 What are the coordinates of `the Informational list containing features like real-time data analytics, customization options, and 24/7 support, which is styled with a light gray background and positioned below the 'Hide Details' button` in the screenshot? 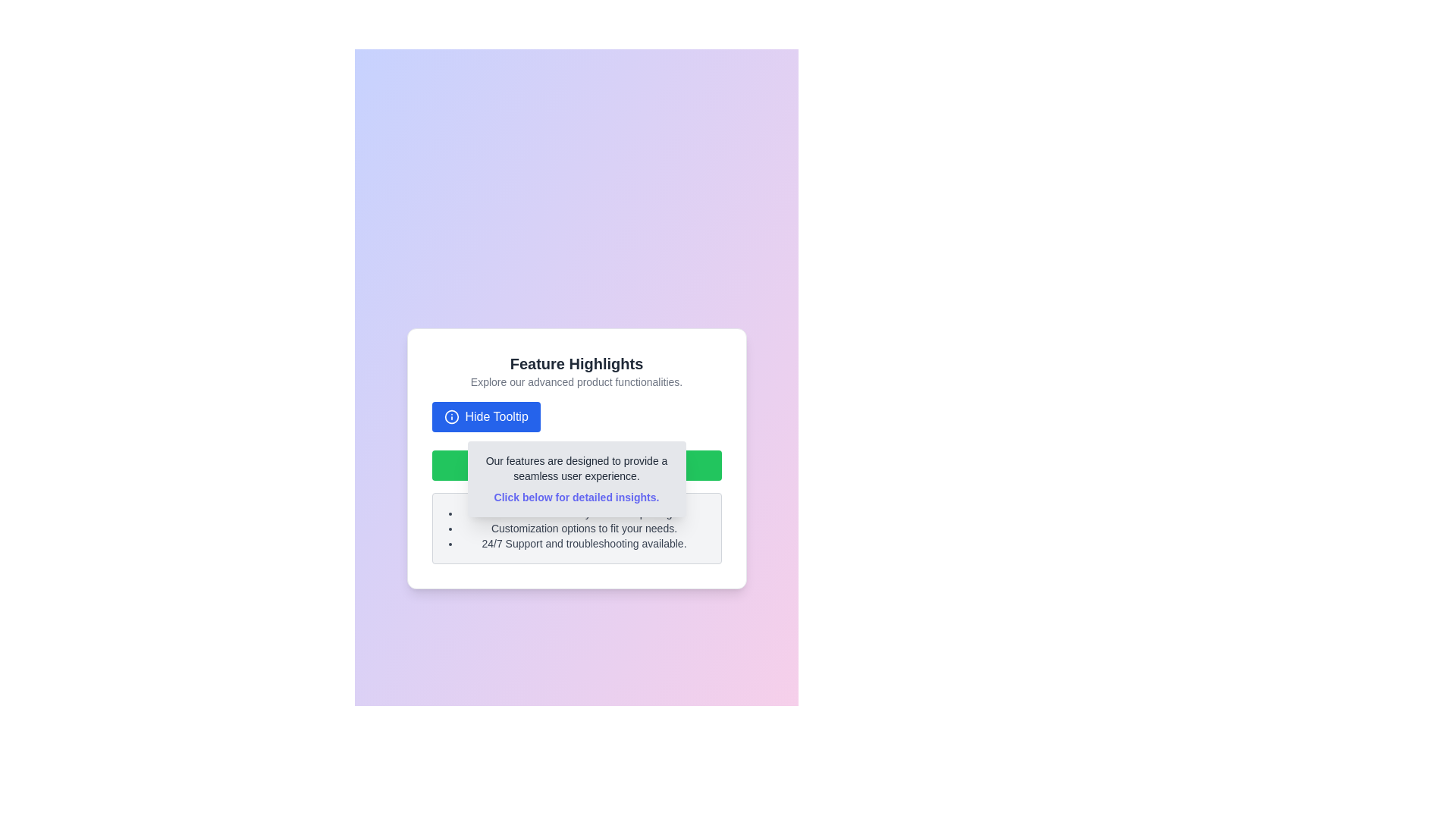 It's located at (576, 528).